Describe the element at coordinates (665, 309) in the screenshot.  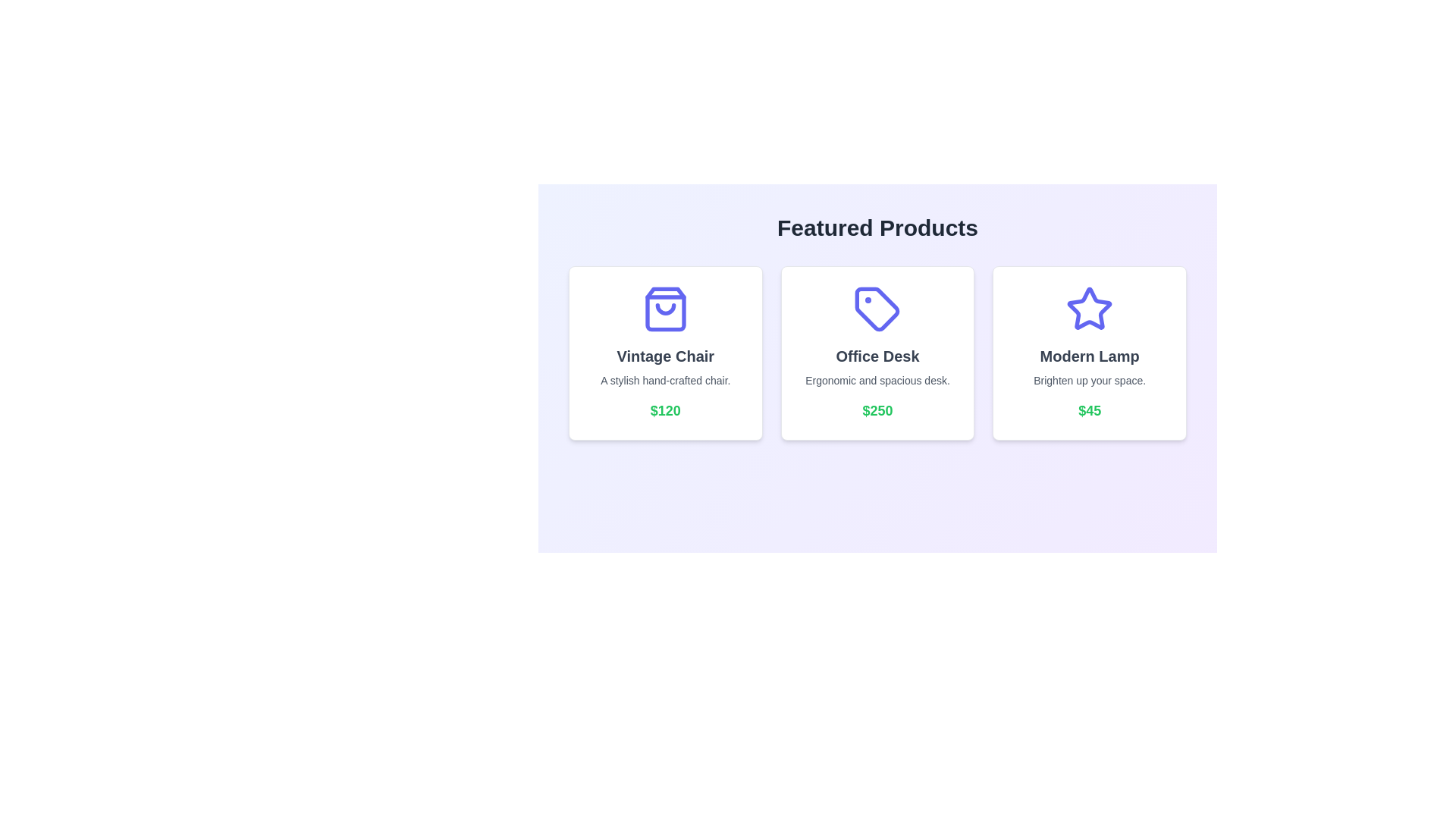
I see `the shopping bag icon, which is stylized with indigo-blue strokes and is located at the top center of the 'Vintage Chair' card, directly above its title text` at that location.